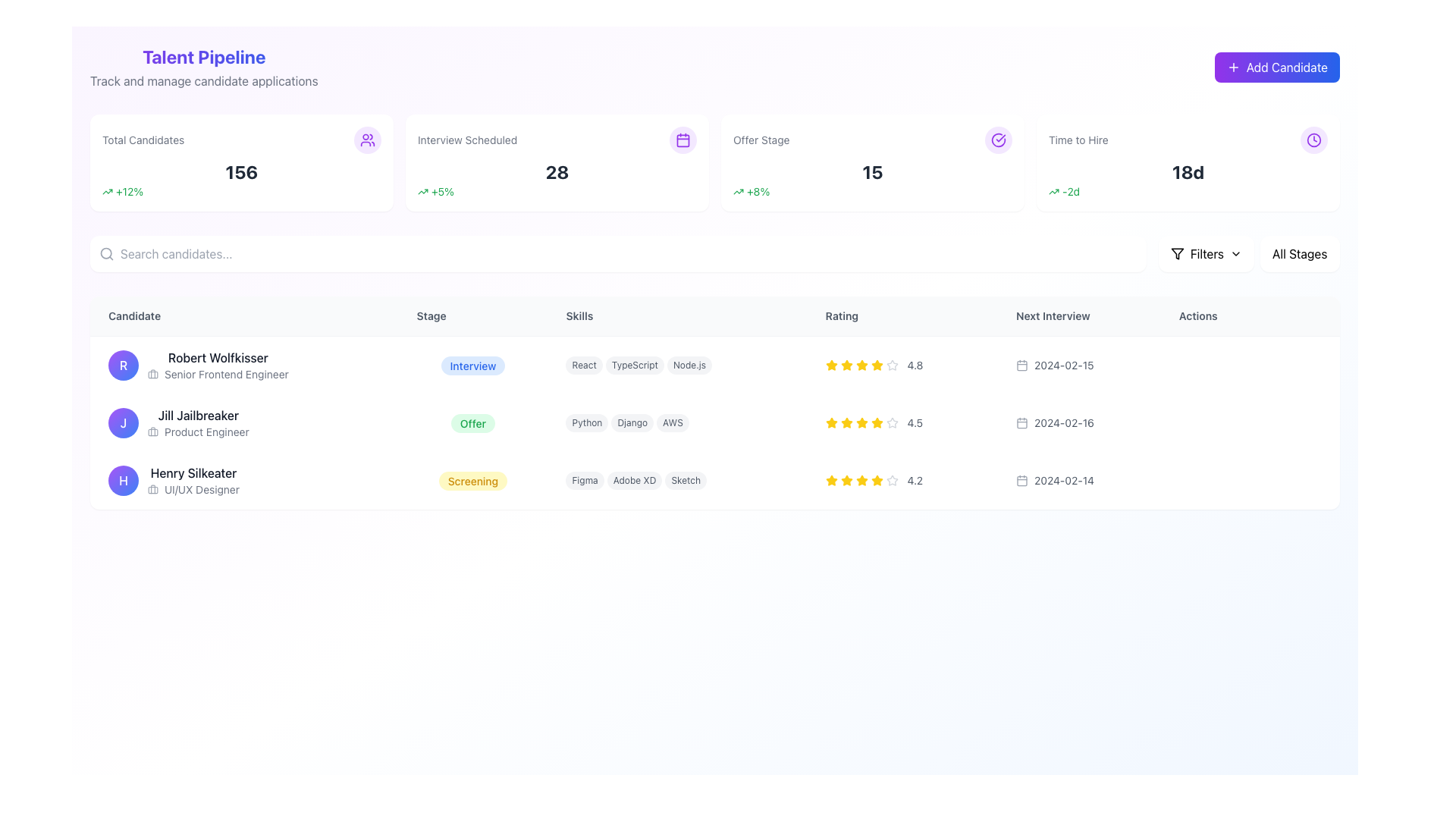  Describe the element at coordinates (1078, 315) in the screenshot. I see `text from the 'Next Interview' label, which is the fifth text label in a horizontal header row, located between 'Rating' and 'Actions'` at that location.